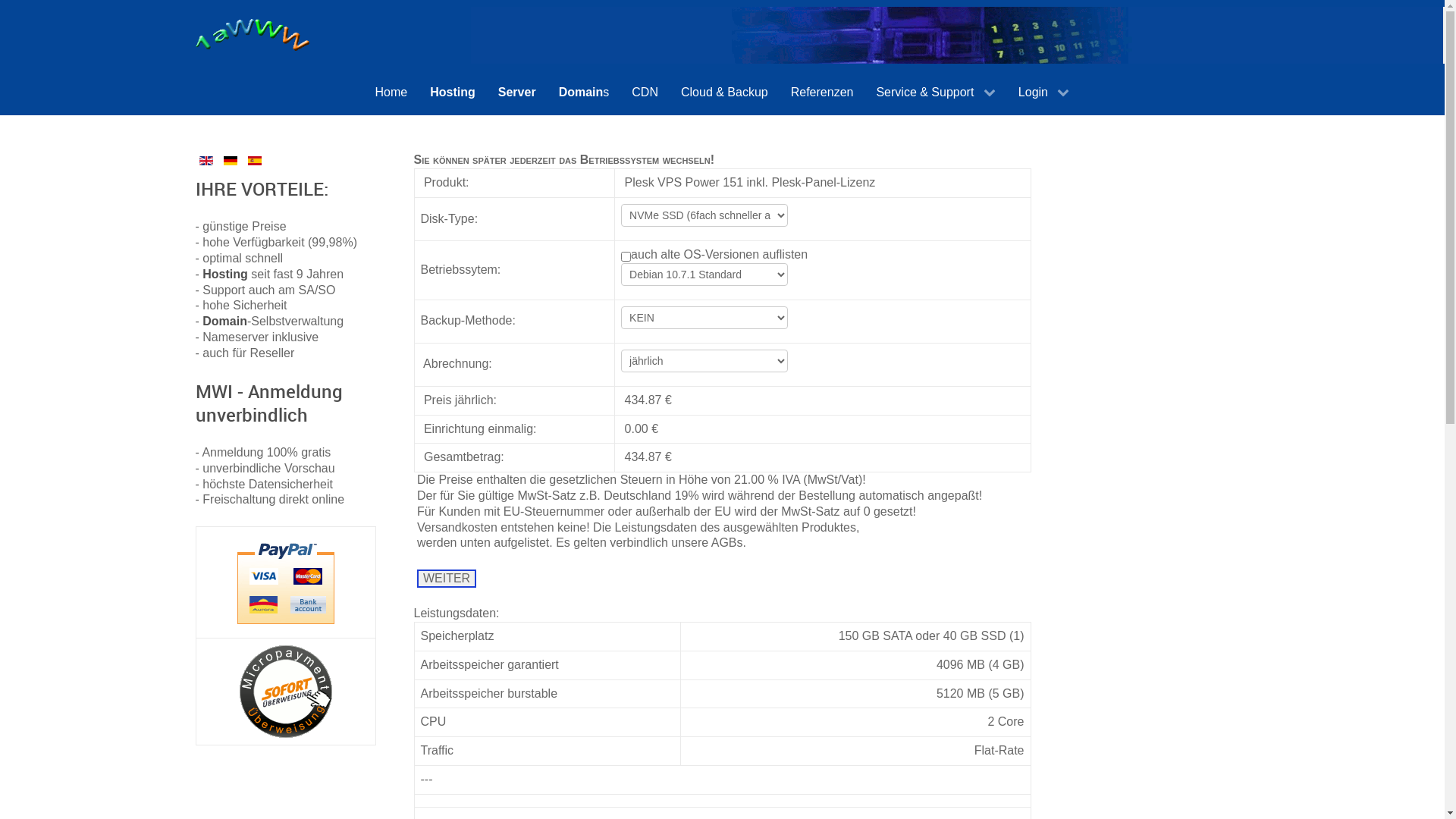 This screenshot has width=1456, height=819. What do you see at coordinates (364, 92) in the screenshot?
I see `'Home'` at bounding box center [364, 92].